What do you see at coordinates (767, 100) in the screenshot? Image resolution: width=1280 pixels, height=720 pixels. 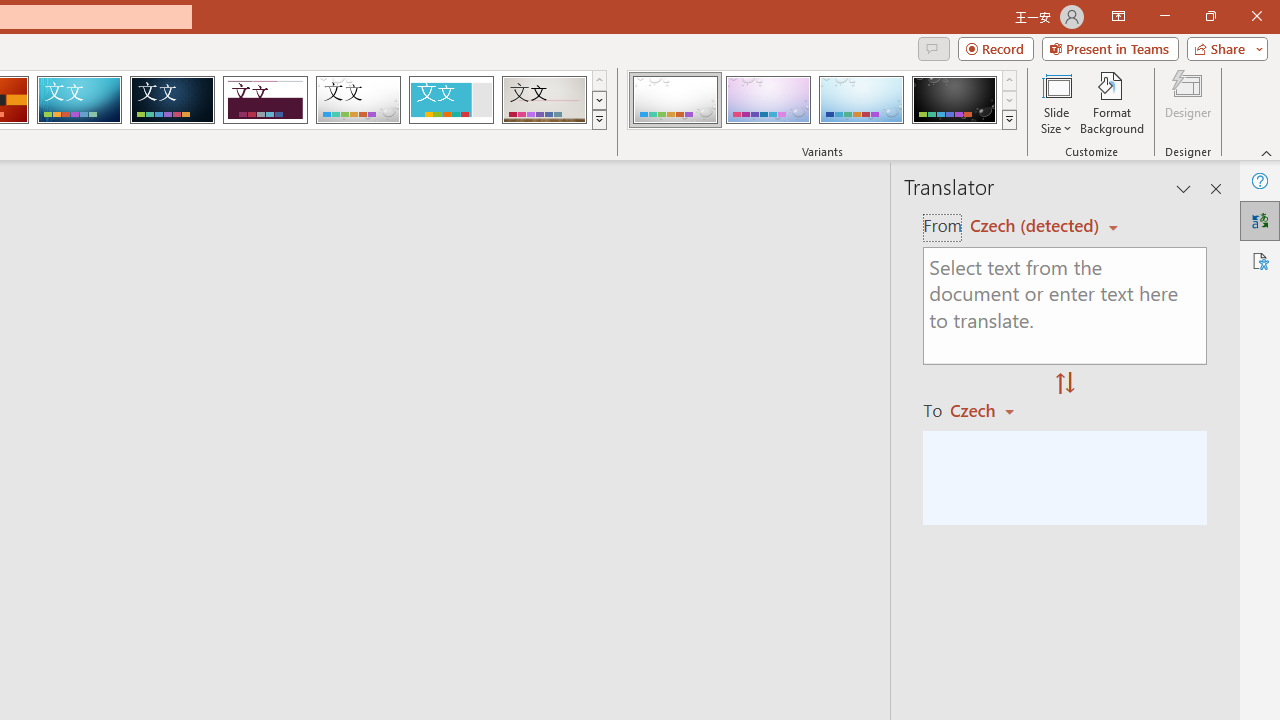 I see `'Droplet Variant 2'` at bounding box center [767, 100].